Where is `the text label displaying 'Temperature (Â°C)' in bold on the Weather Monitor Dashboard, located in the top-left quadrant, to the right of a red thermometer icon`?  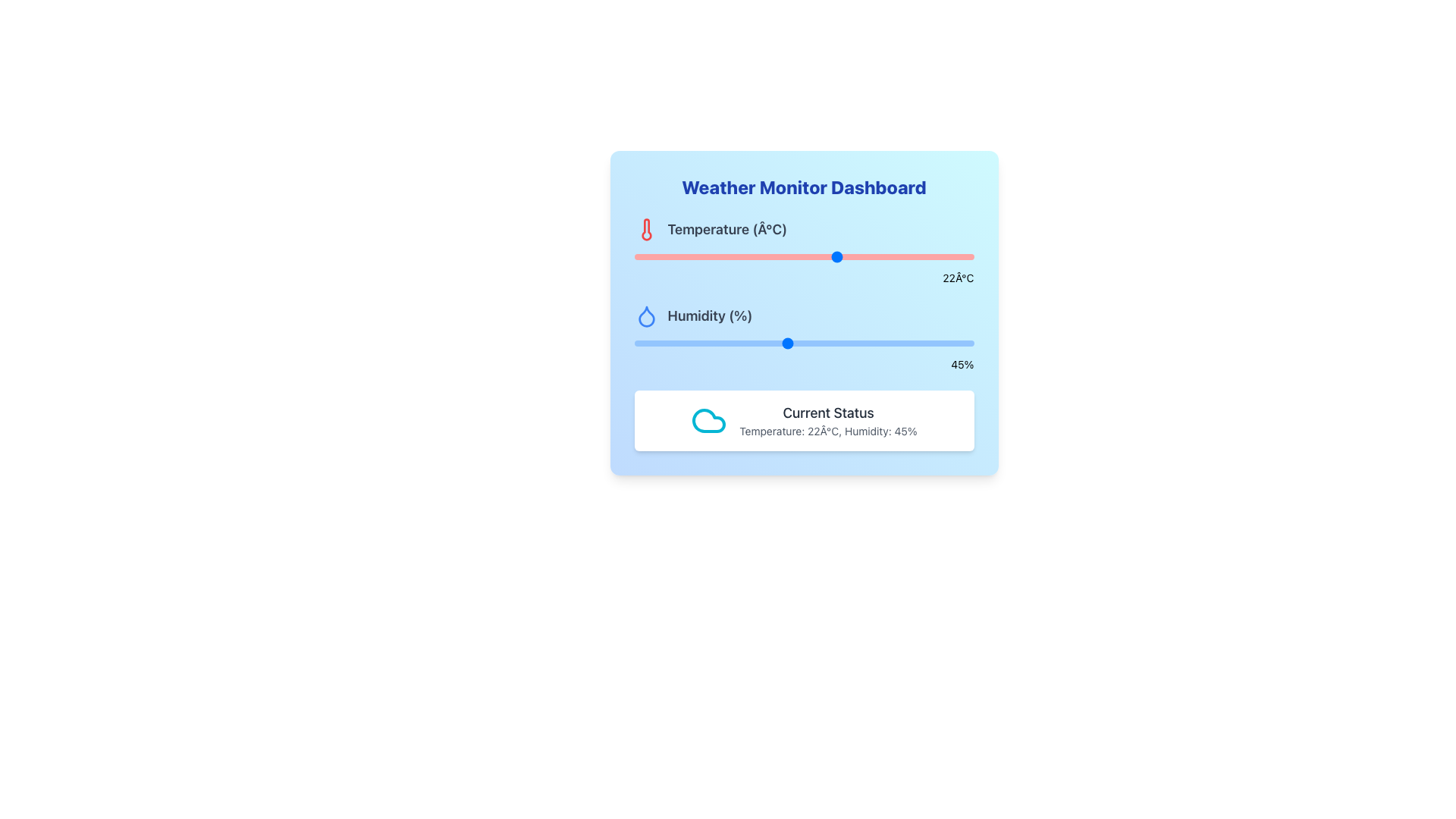 the text label displaying 'Temperature (Â°C)' in bold on the Weather Monitor Dashboard, located in the top-left quadrant, to the right of a red thermometer icon is located at coordinates (726, 230).